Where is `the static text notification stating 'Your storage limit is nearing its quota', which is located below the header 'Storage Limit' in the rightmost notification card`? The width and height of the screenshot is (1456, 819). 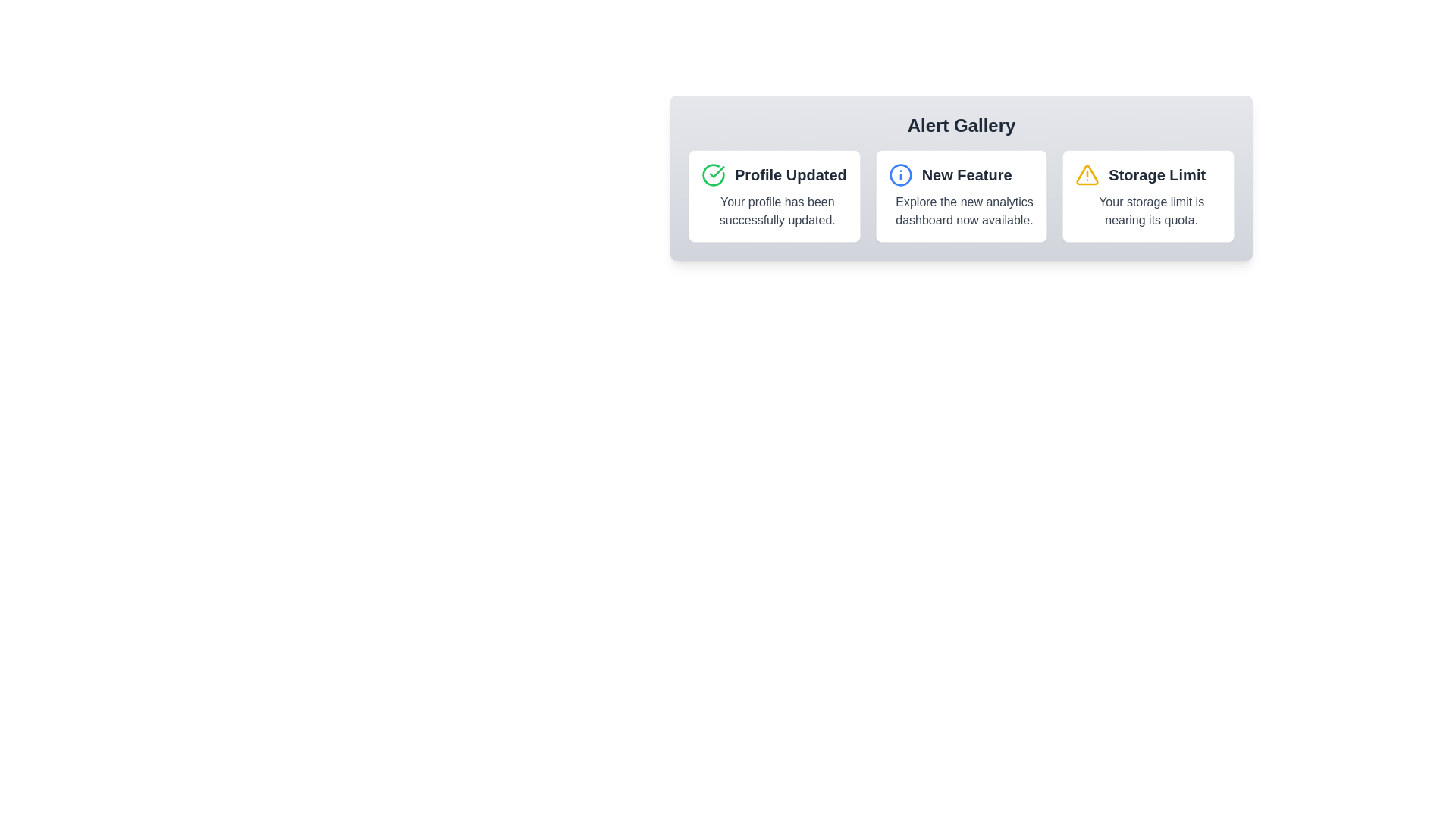
the static text notification stating 'Your storage limit is nearing its quota', which is located below the header 'Storage Limit' in the rightmost notification card is located at coordinates (1151, 211).